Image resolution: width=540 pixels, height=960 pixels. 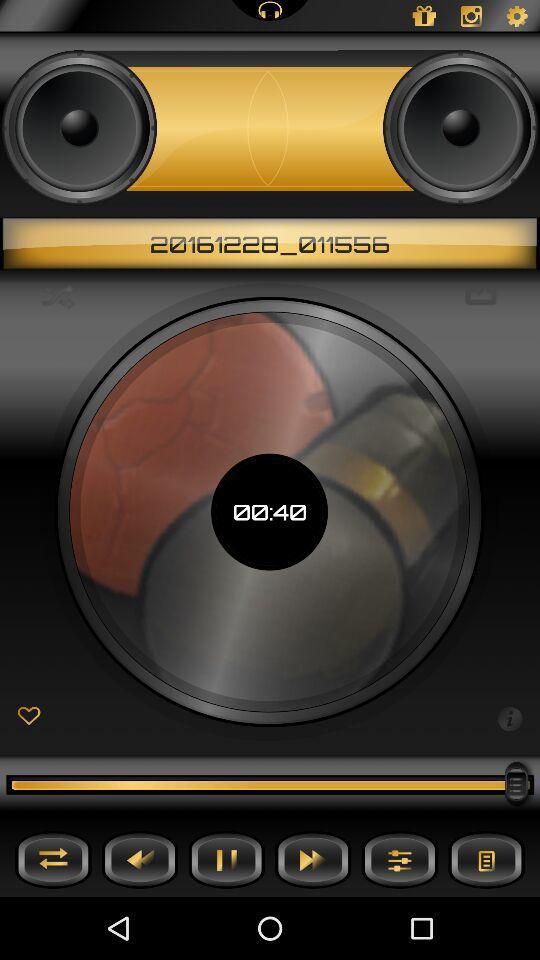 I want to click on more information, so click(x=509, y=717).